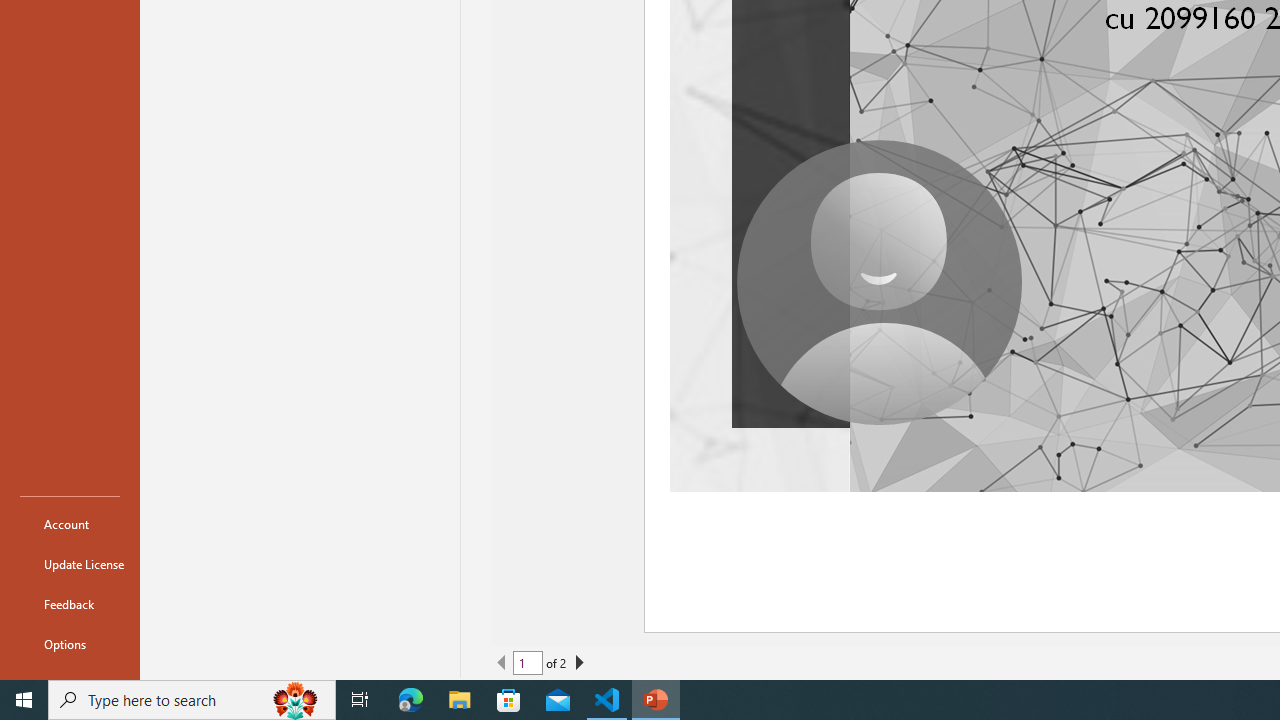  I want to click on 'Previous Page', so click(502, 663).